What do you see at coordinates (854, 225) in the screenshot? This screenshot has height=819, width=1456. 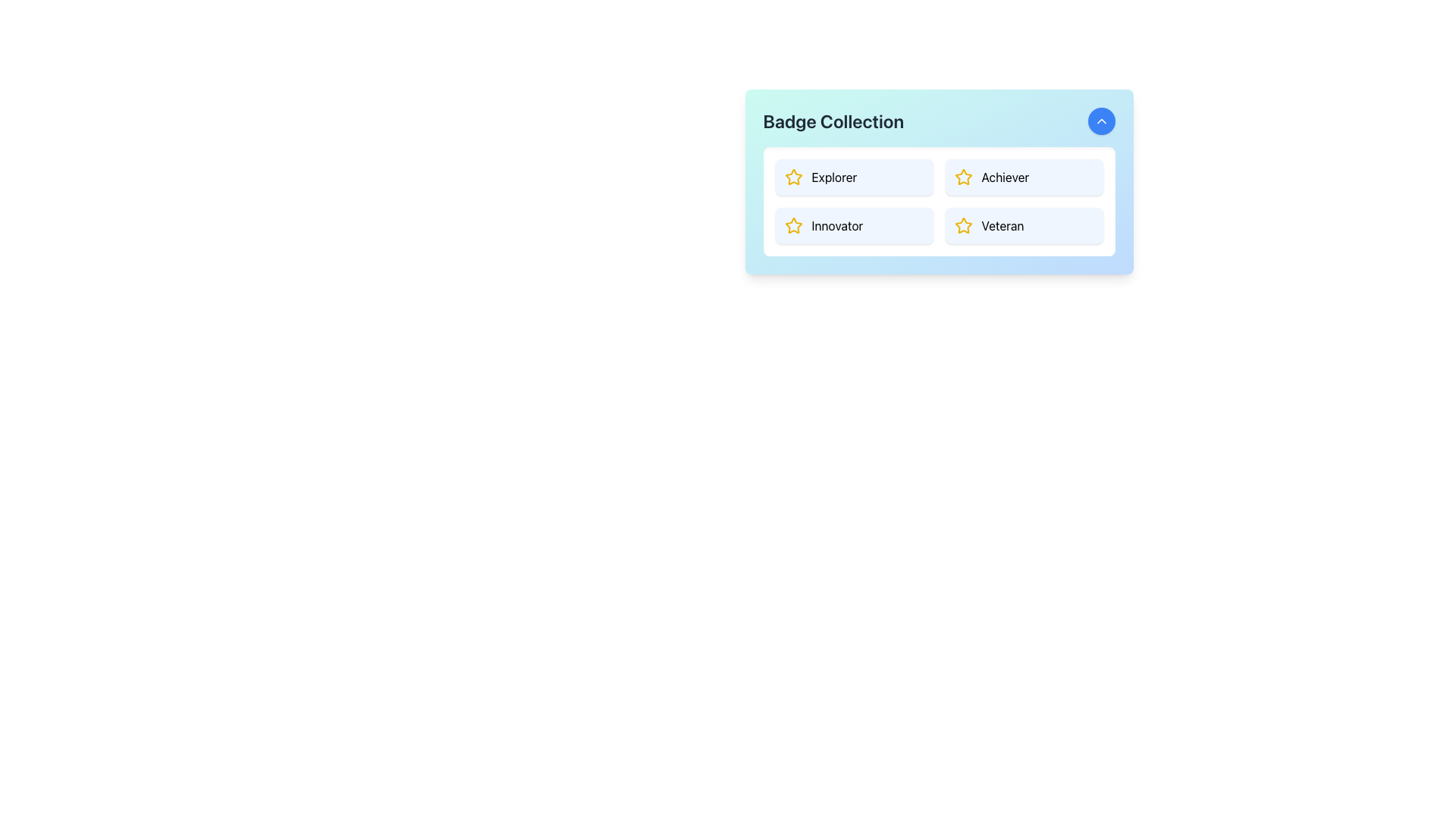 I see `the 'Innovator' badge located in the bottom-left of the badge grid, positioned under 'Explorer' and to the left of 'Veteran'` at bounding box center [854, 225].